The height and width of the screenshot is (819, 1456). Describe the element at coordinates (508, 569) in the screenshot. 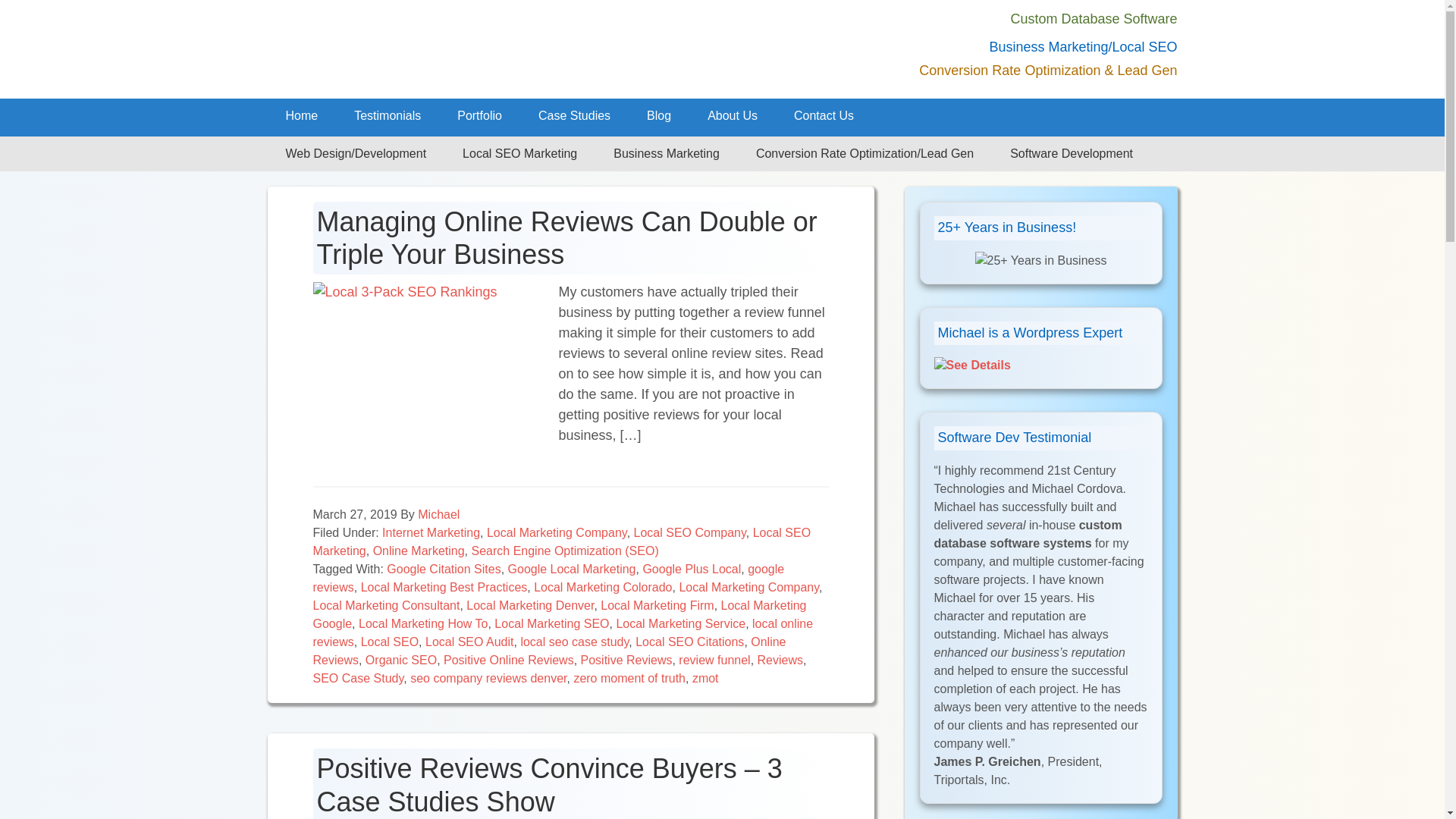

I see `'Google Local Marketing'` at that location.